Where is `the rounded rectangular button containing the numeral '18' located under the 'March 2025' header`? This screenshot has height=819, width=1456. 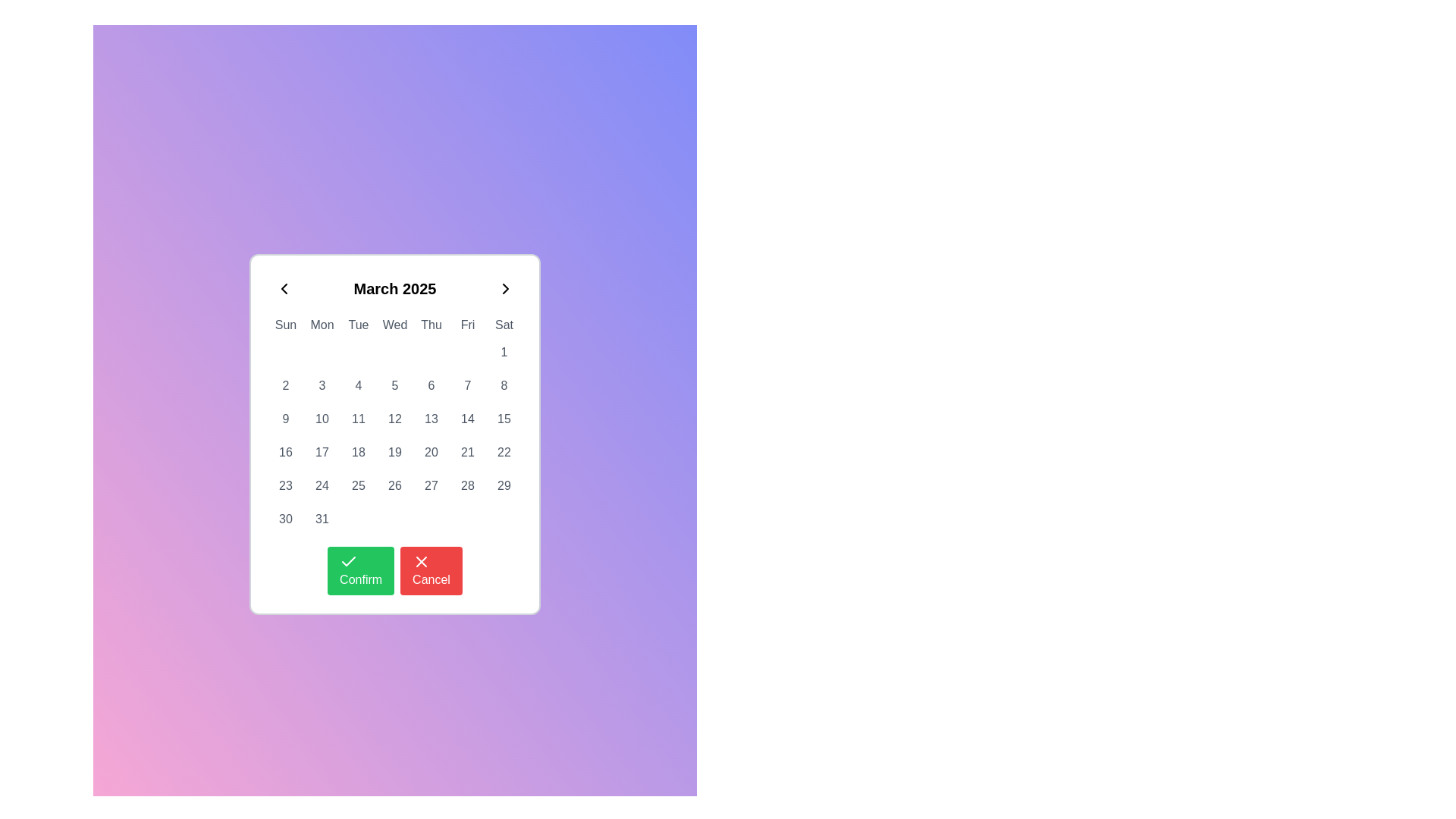
the rounded rectangular button containing the numeral '18' located under the 'March 2025' header is located at coordinates (358, 452).